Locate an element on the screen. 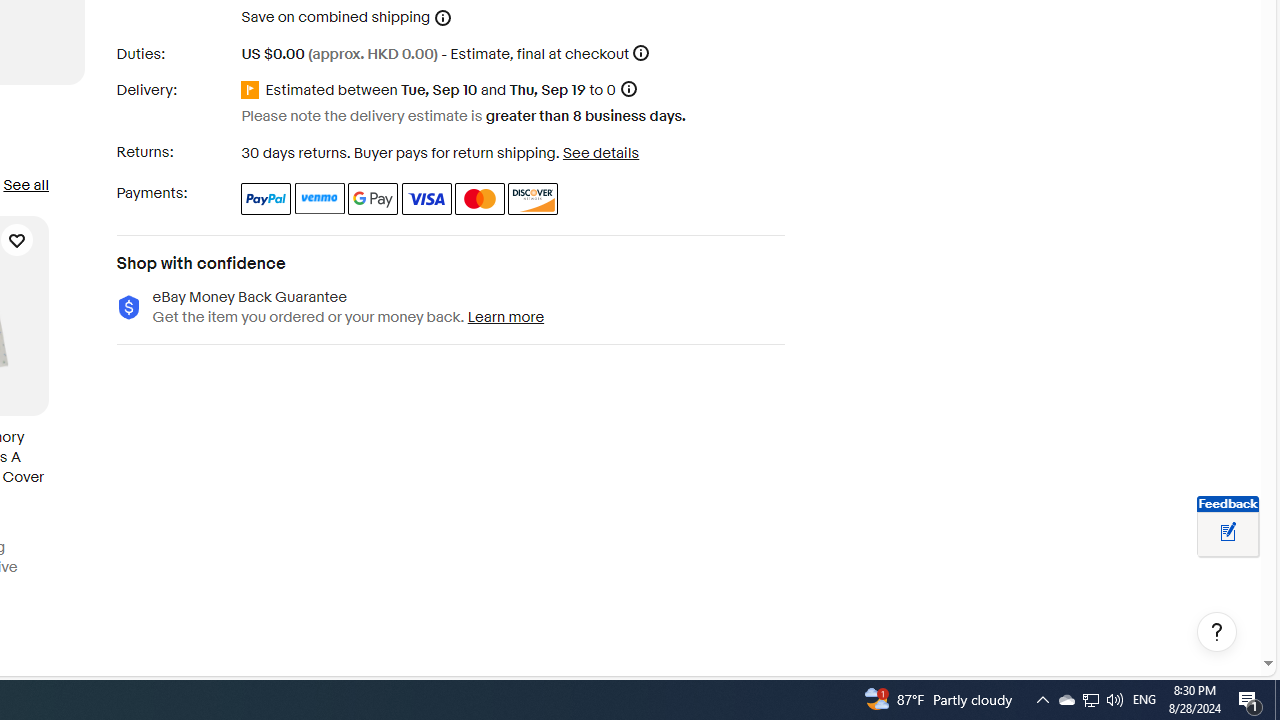 This screenshot has height=720, width=1280. 'Discover' is located at coordinates (533, 198).